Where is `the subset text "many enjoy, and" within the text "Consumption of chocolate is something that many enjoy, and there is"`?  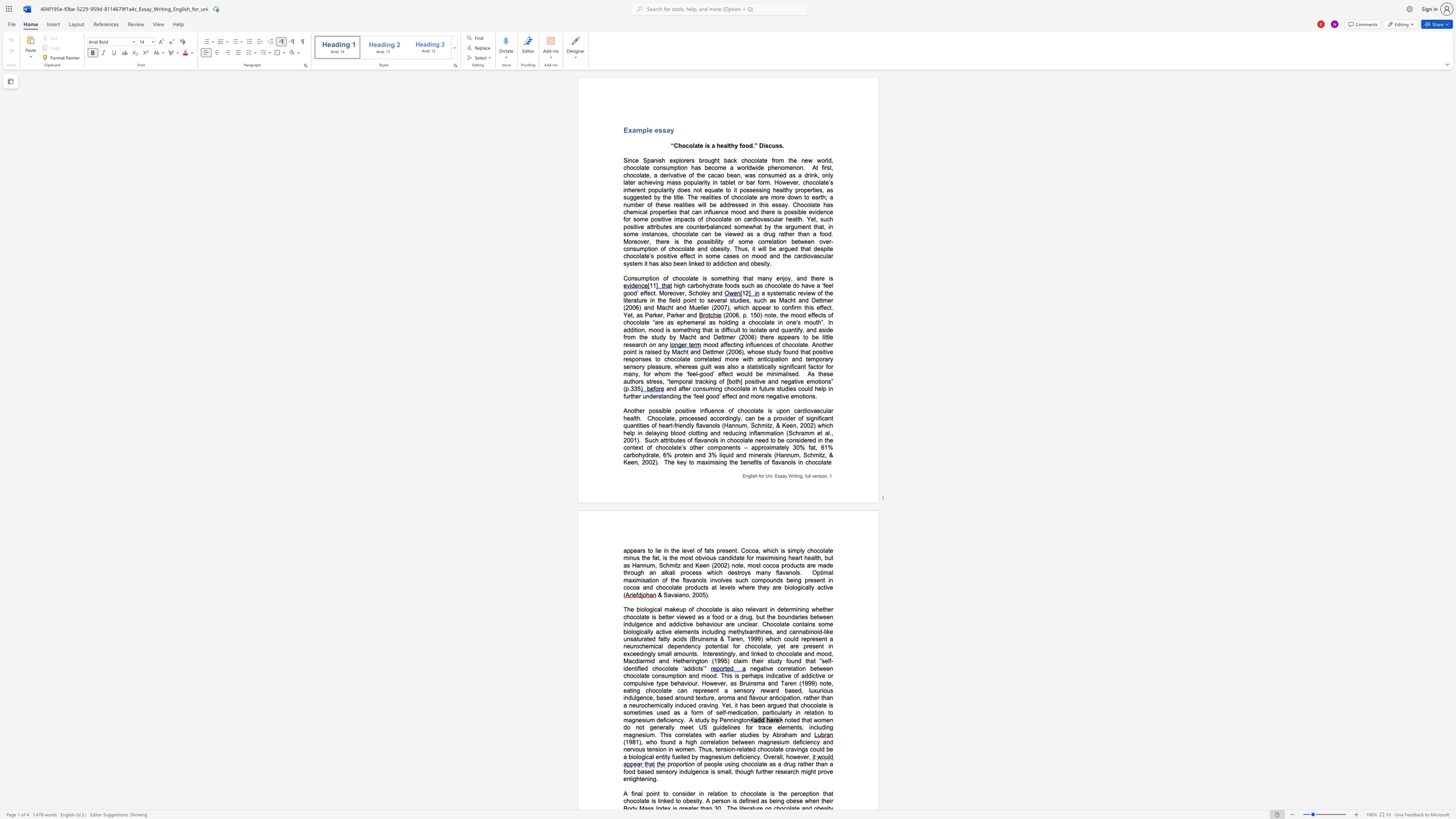 the subset text "many enjoy, and" within the text "Consumption of chocolate is something that many enjoy, and there is" is located at coordinates (757, 278).